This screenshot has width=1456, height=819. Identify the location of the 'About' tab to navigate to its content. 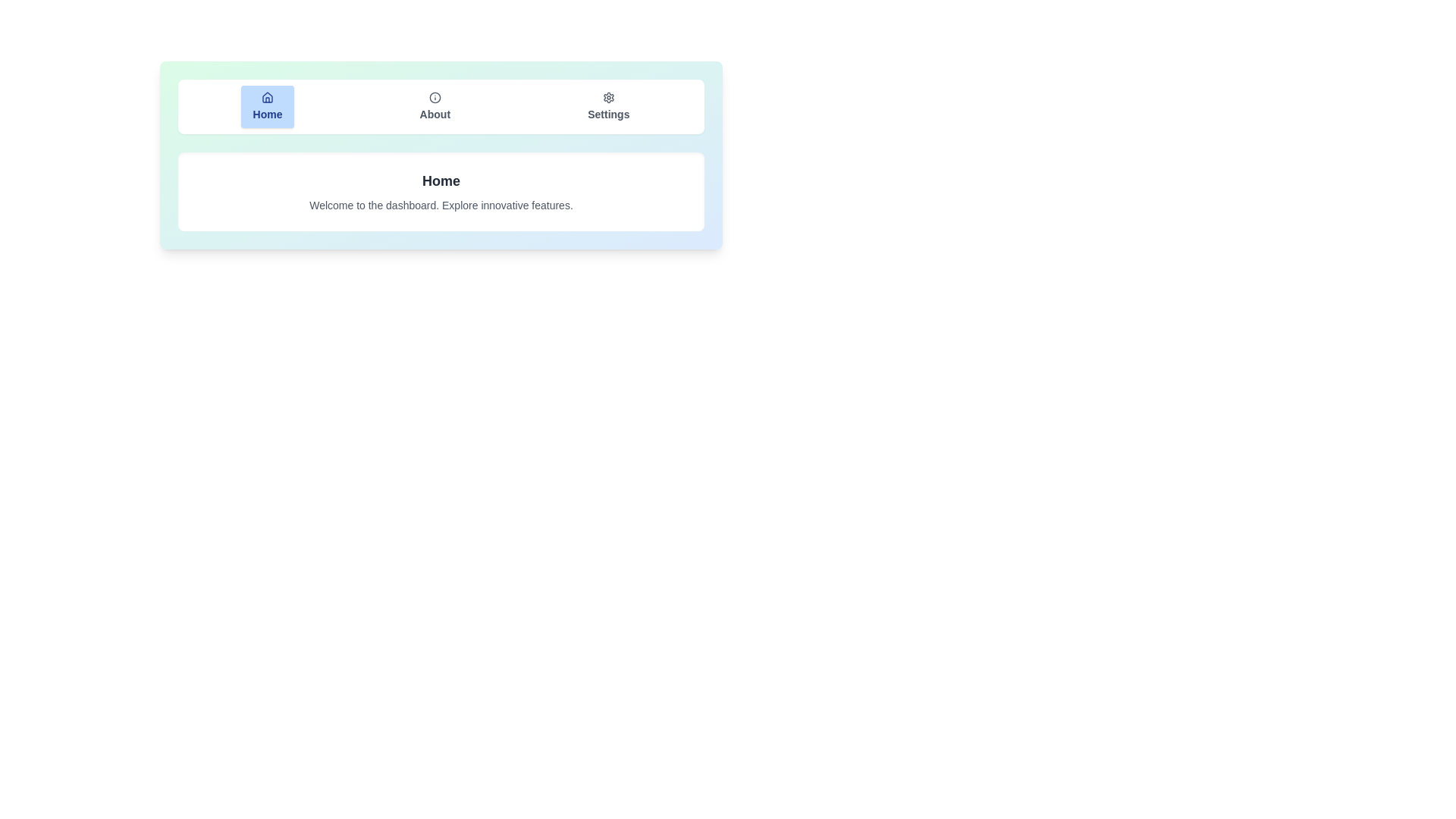
(434, 106).